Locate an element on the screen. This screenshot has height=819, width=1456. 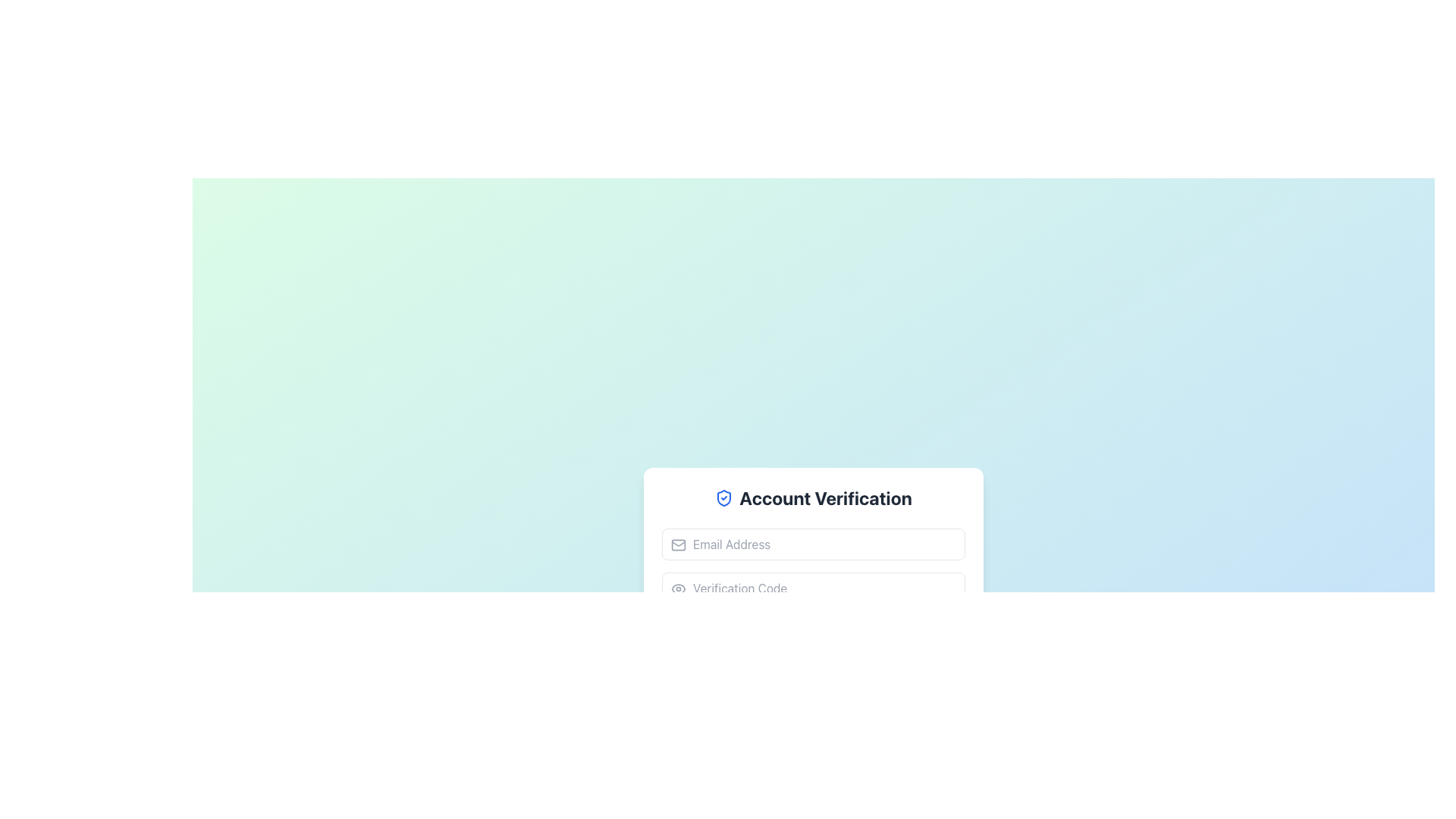
the email input field icon located at the top-left corner inside the 'Email Address' input field, which visually indicates that users should enter their email address is located at coordinates (677, 544).